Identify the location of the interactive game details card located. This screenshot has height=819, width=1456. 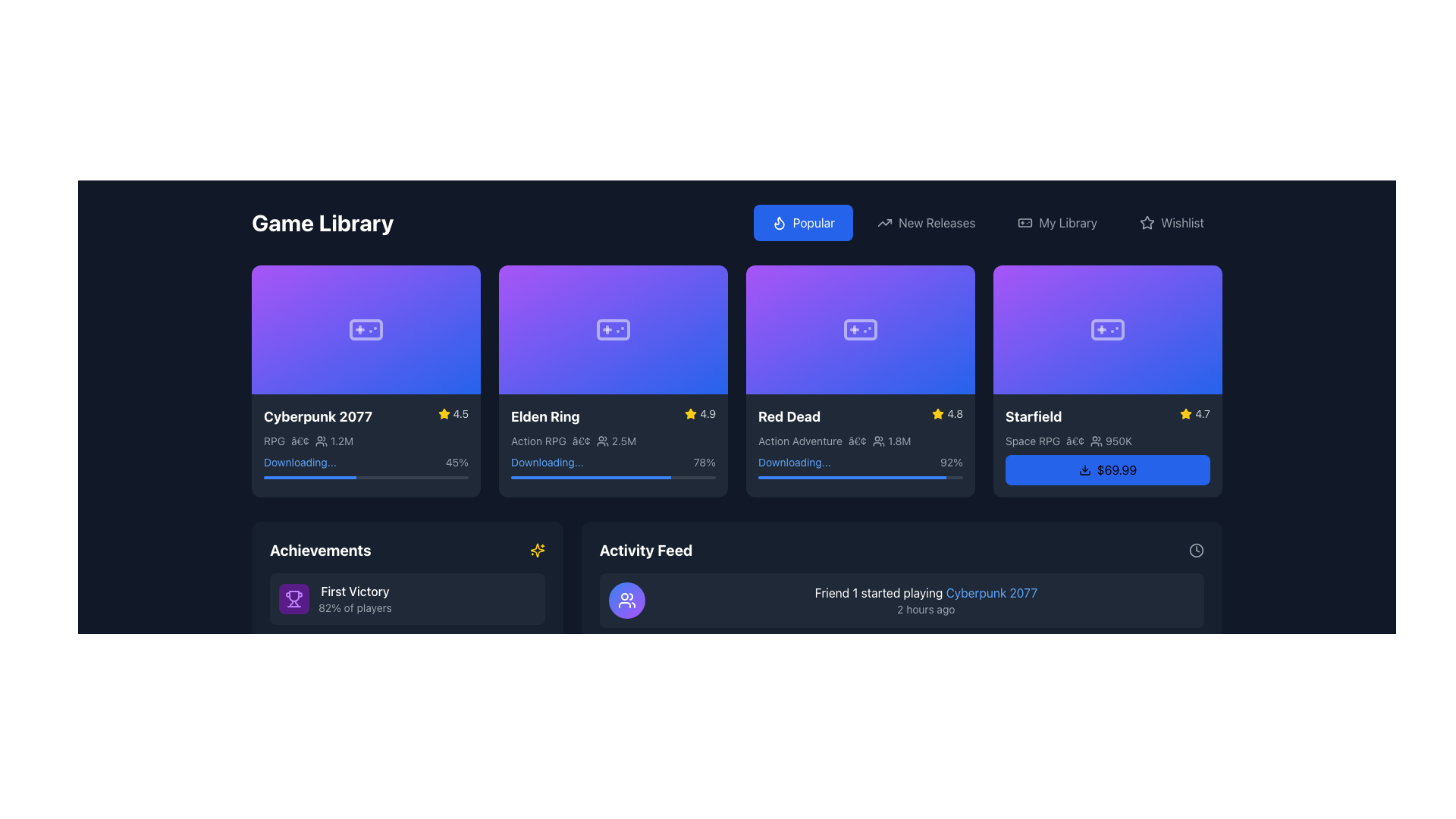
(366, 379).